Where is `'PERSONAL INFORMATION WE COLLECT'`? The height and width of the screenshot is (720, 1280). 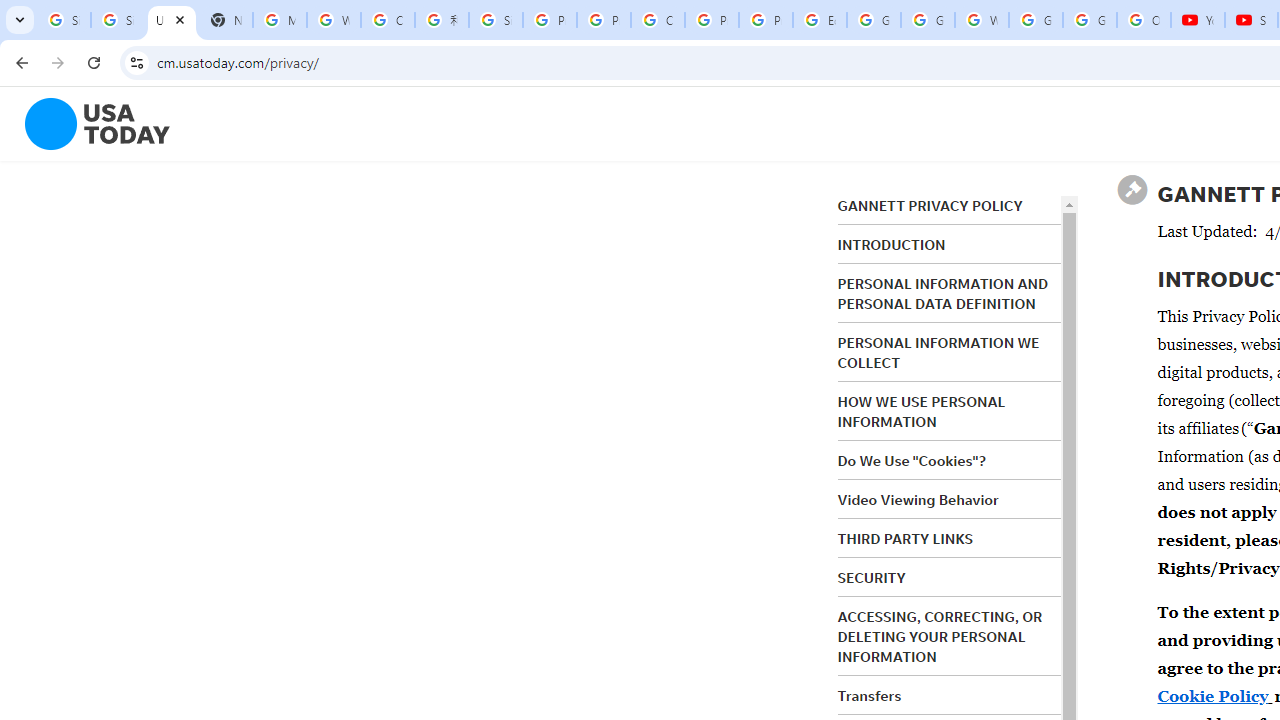
'PERSONAL INFORMATION WE COLLECT' is located at coordinates (937, 352).